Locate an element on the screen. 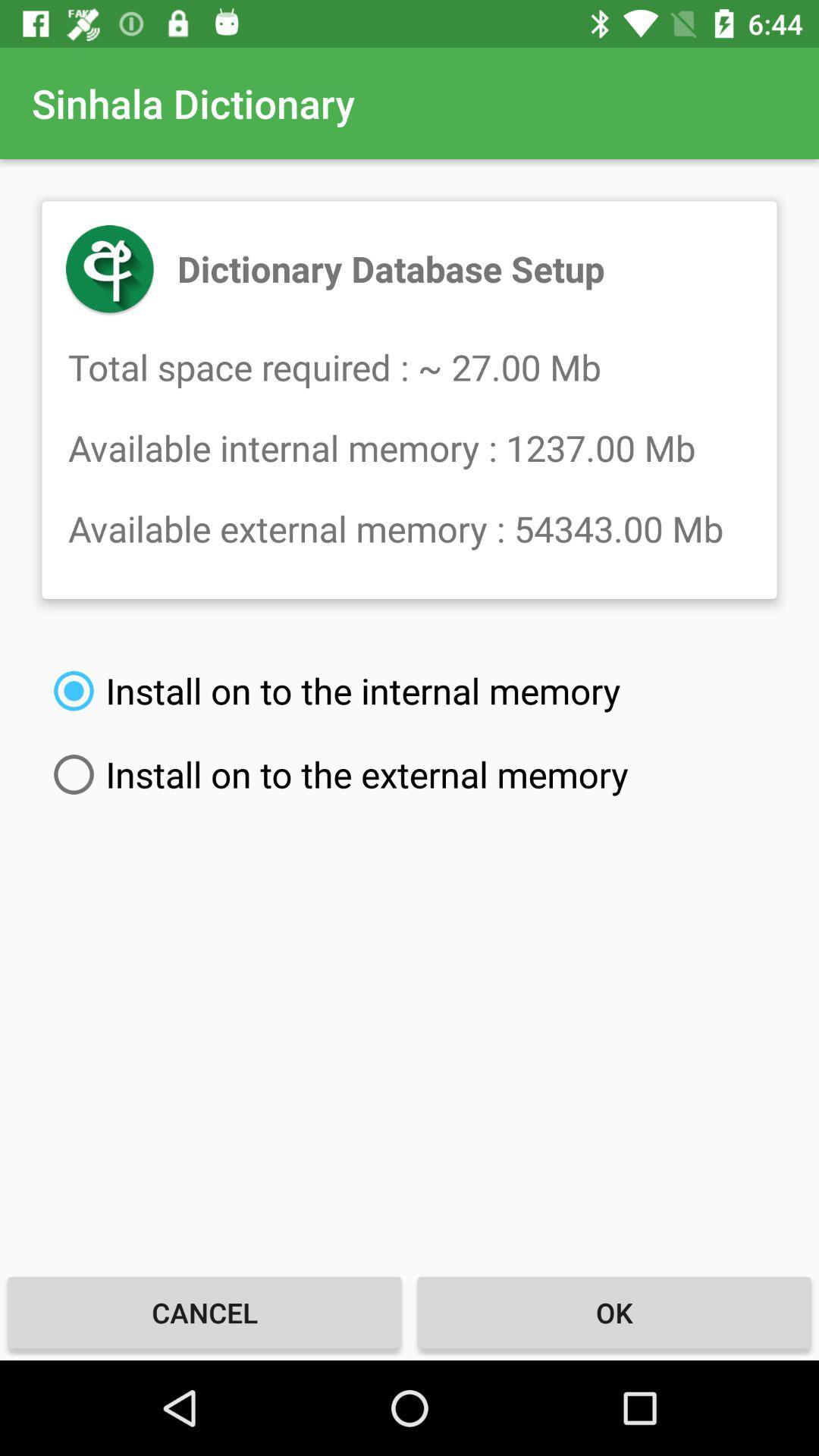 The width and height of the screenshot is (819, 1456). the icon to the left of the ok icon is located at coordinates (205, 1312).